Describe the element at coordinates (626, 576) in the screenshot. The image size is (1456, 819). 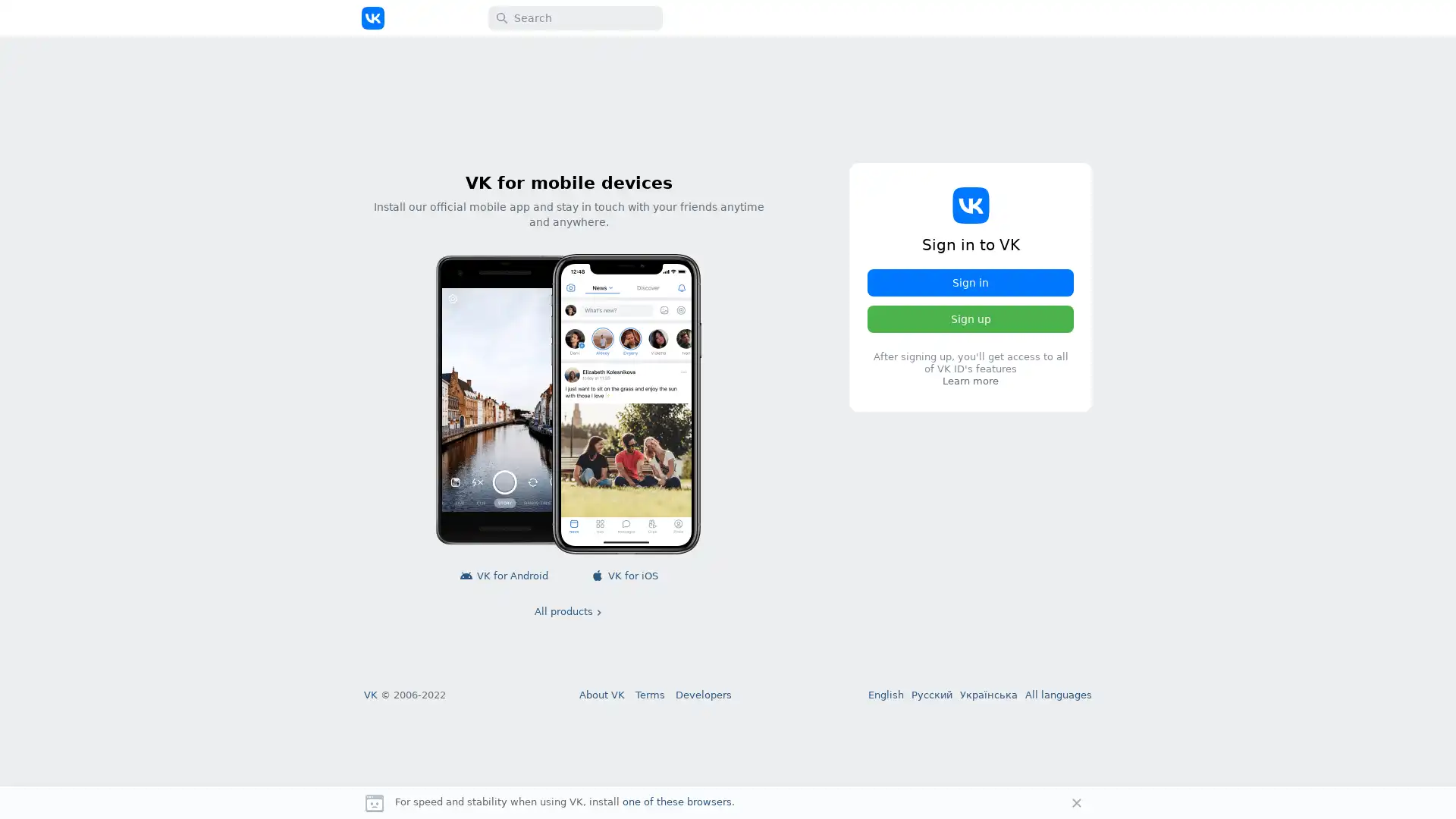
I see `VK for iOS` at that location.